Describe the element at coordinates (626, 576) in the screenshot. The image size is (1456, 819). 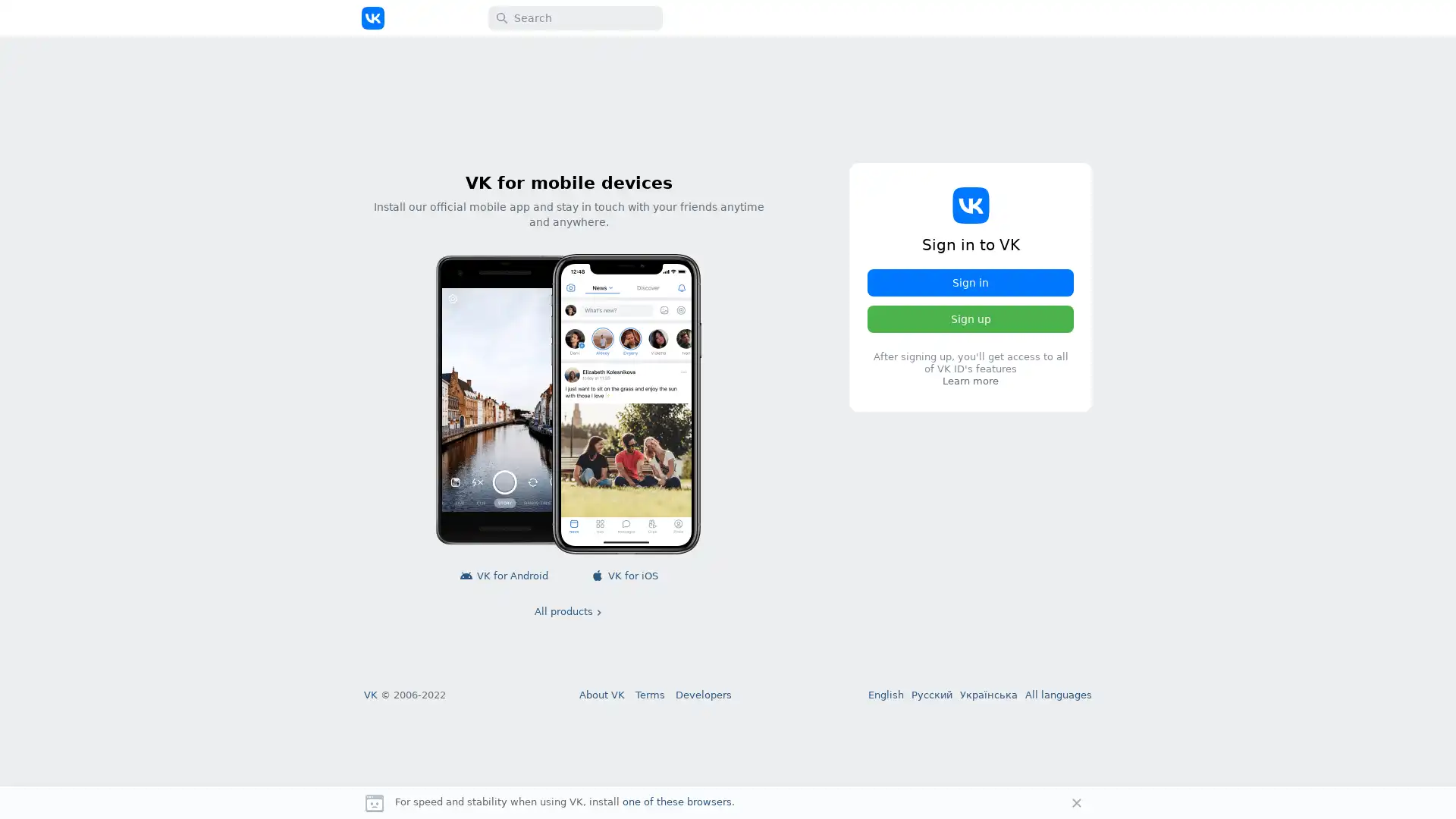
I see `VK for iOS` at that location.